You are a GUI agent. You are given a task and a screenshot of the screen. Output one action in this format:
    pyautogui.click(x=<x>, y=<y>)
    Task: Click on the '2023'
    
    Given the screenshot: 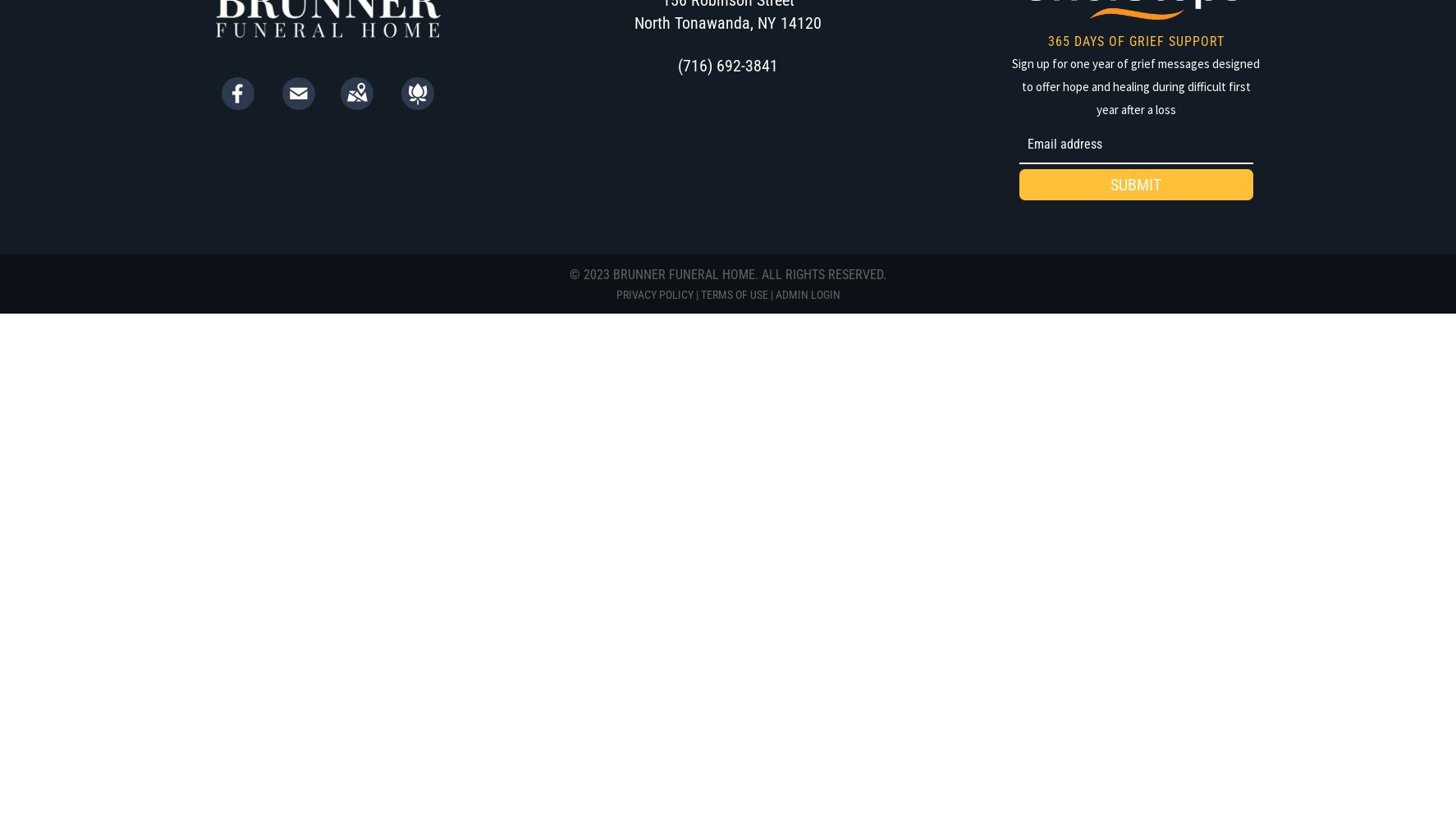 What is the action you would take?
    pyautogui.click(x=595, y=273)
    